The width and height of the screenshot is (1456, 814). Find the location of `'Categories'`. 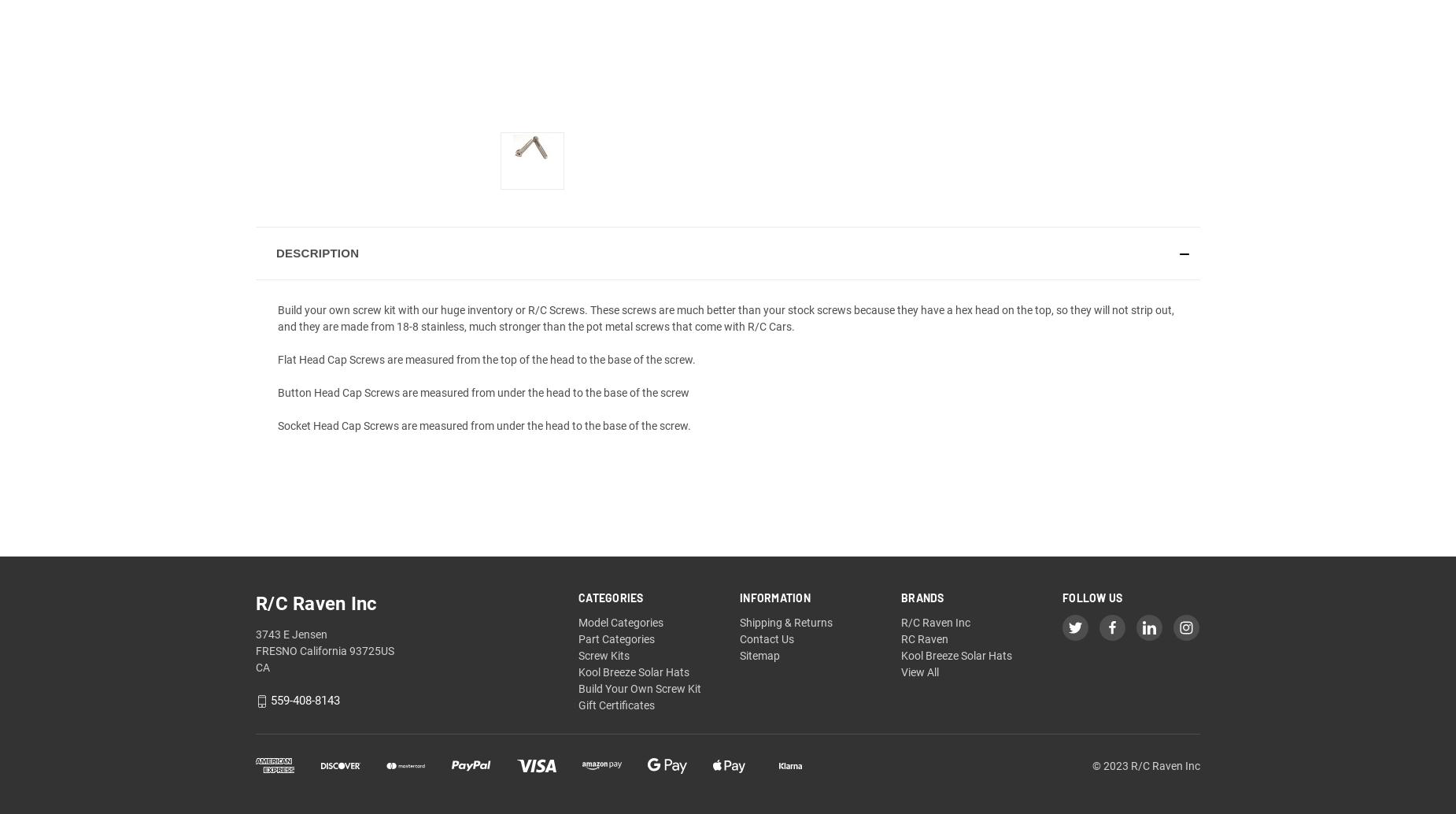

'Categories' is located at coordinates (611, 598).